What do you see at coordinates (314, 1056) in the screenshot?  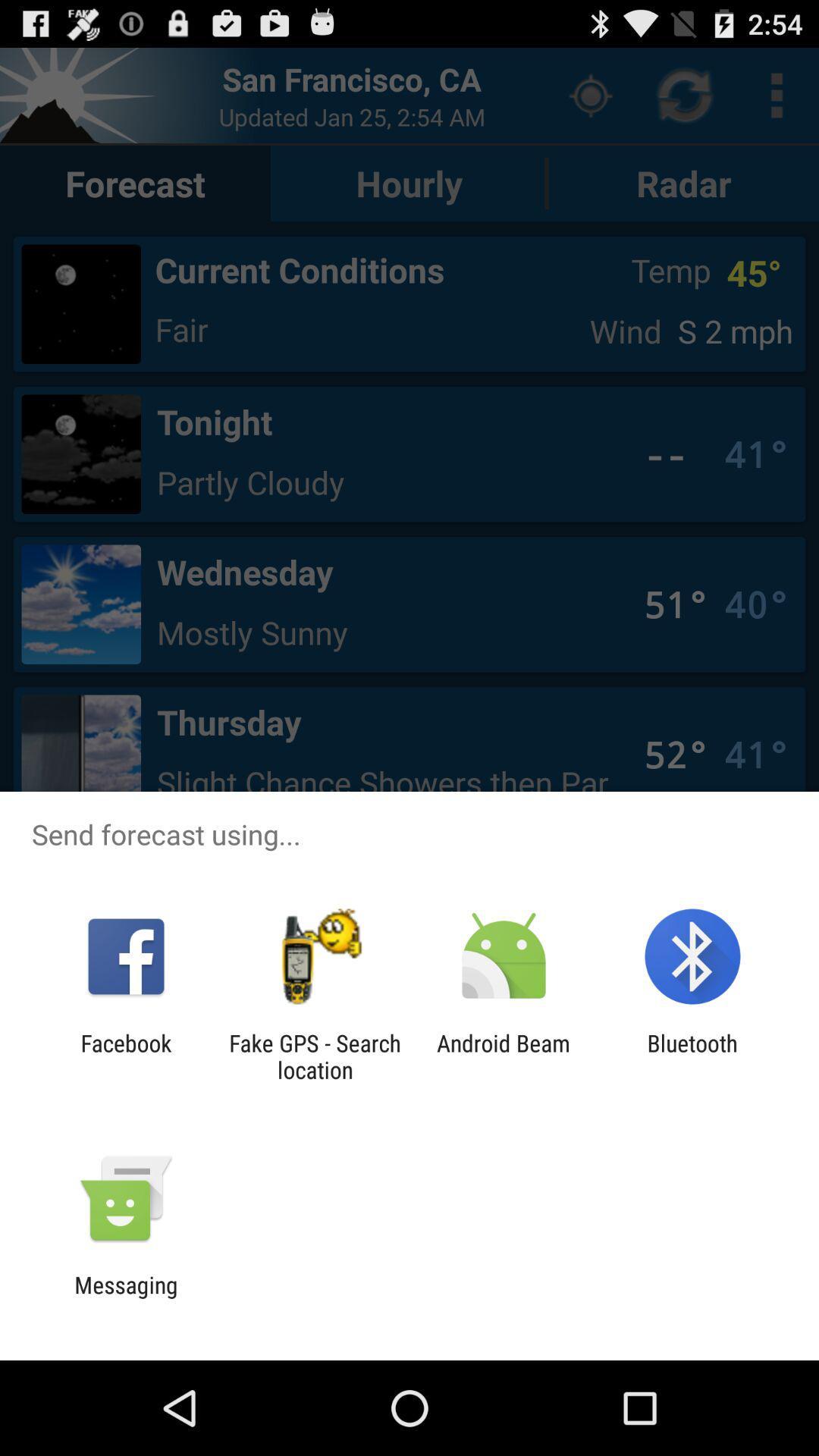 I see `the app next to the android beam app` at bounding box center [314, 1056].